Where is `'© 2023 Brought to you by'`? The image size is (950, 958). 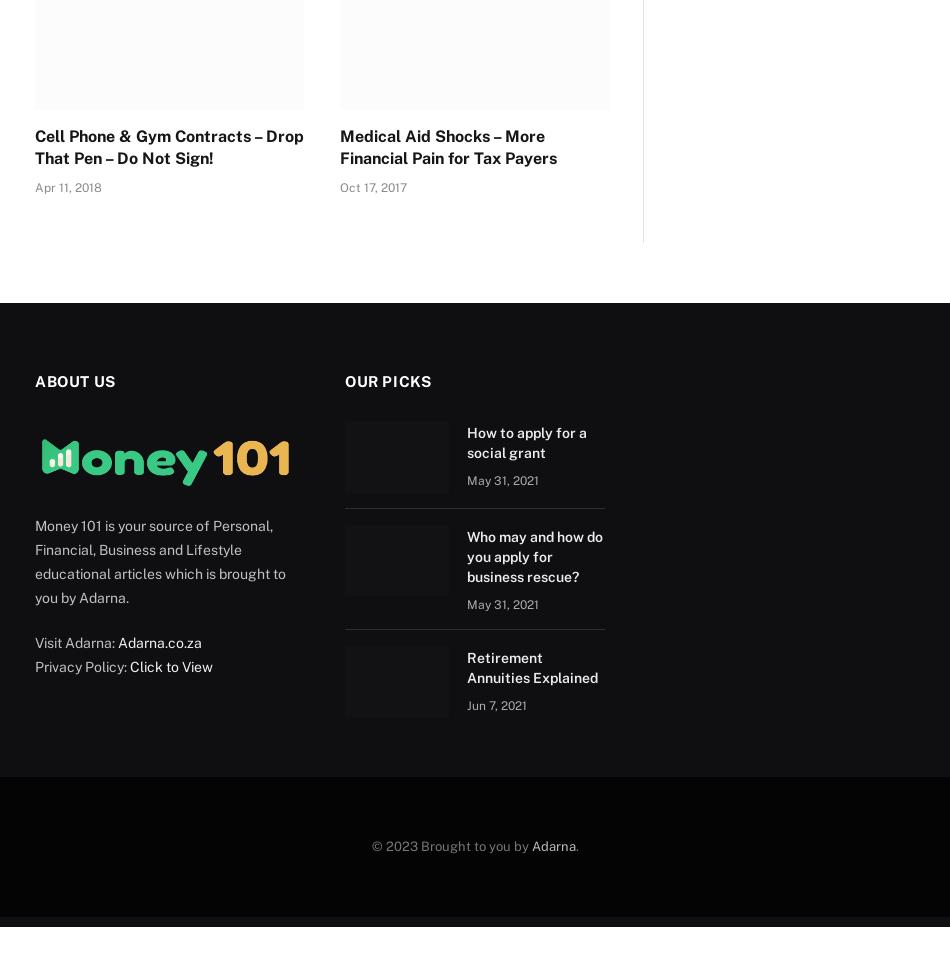
'© 2023 Brought to you by' is located at coordinates (369, 845).